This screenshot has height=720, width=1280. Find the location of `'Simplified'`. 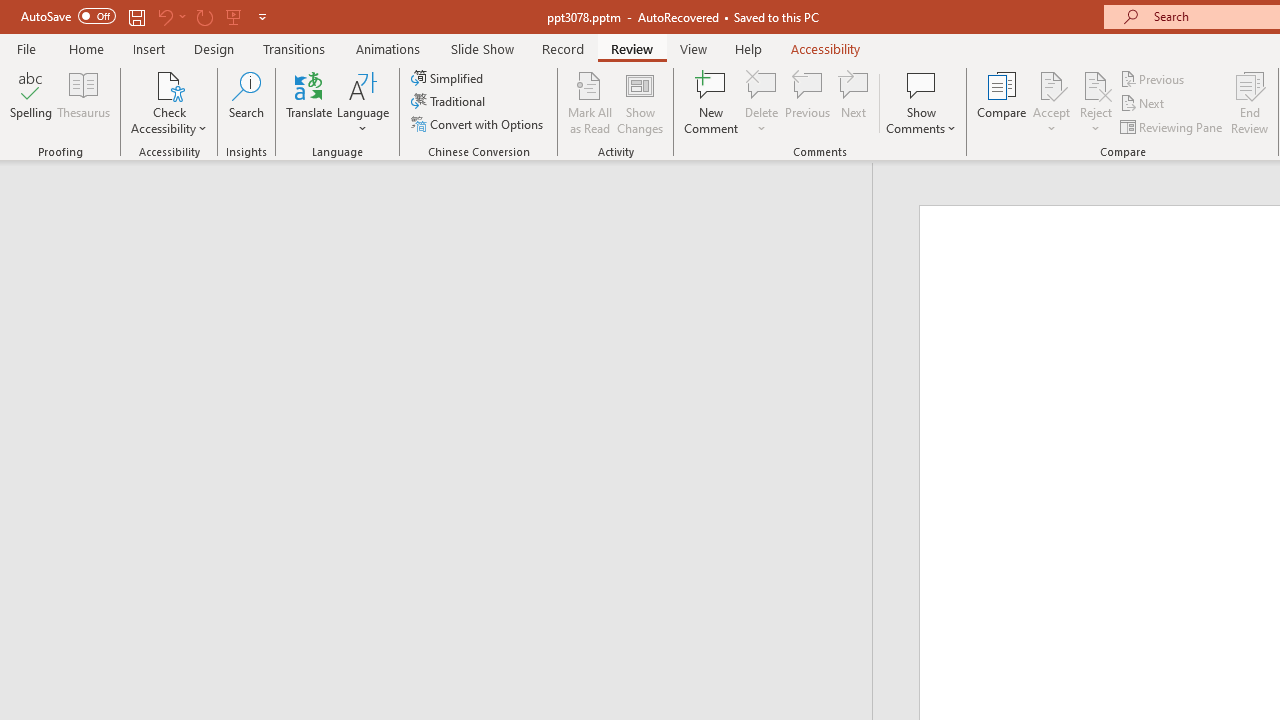

'Simplified' is located at coordinates (448, 77).